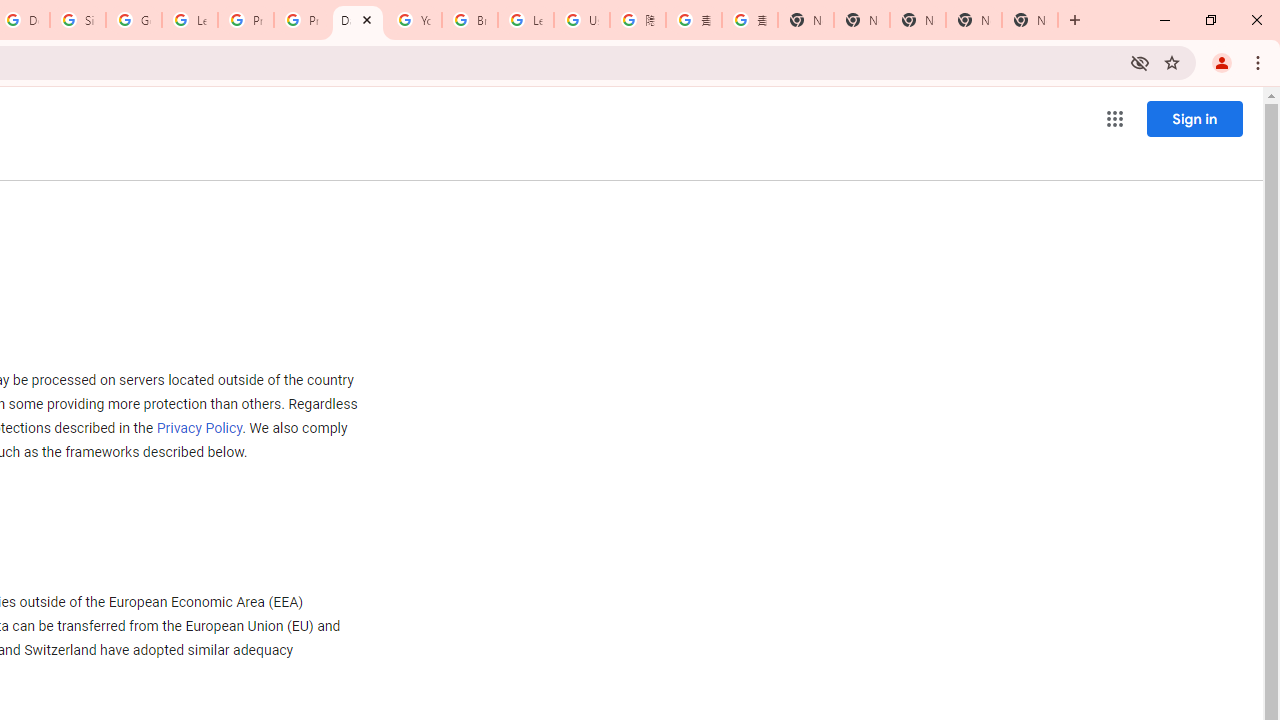 This screenshot has width=1280, height=720. I want to click on 'Privacy Help Center - Policies Help', so click(301, 20).